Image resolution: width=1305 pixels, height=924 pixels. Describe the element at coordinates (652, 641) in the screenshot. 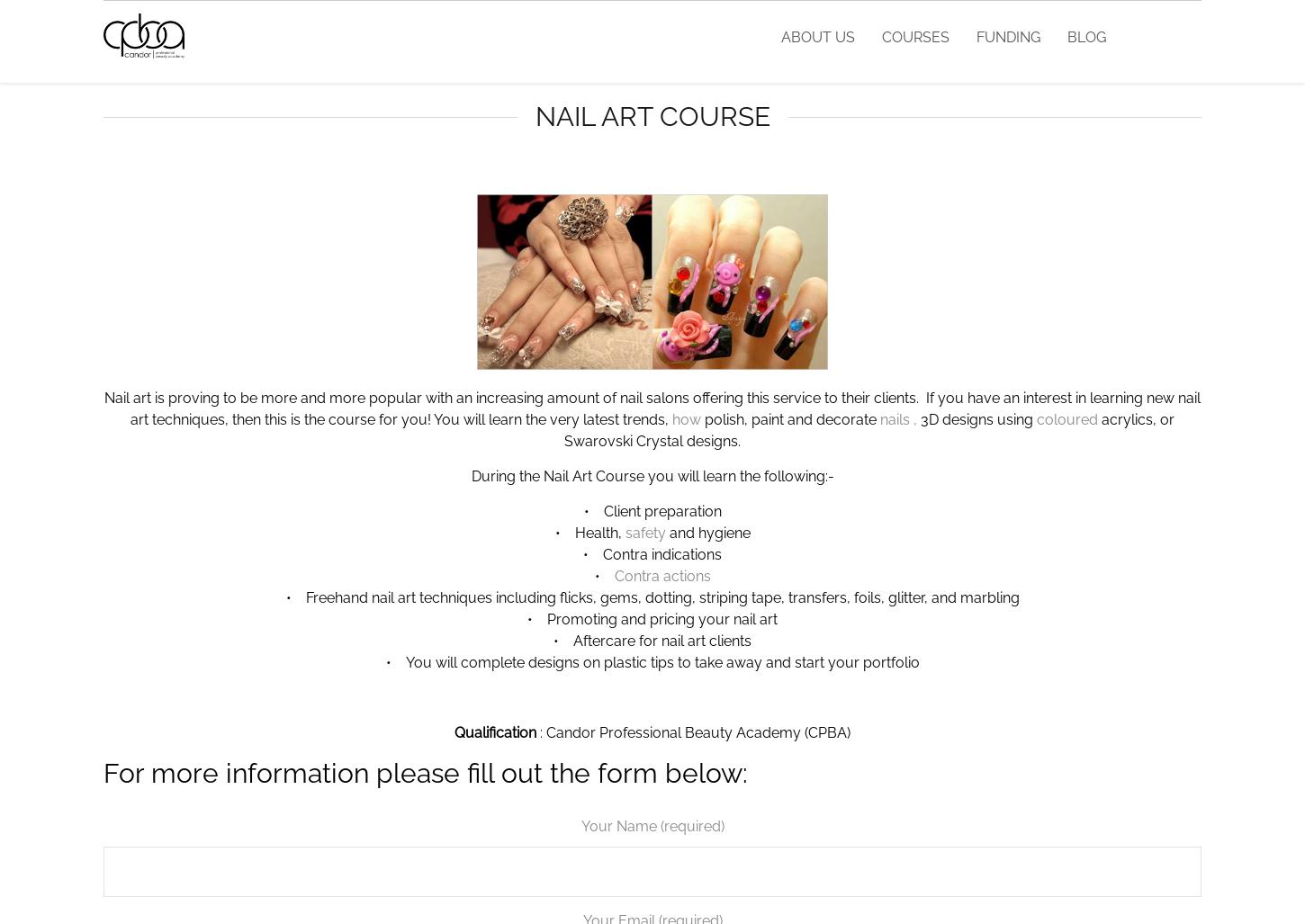

I see `'•    Aftercare for nail art clients'` at that location.